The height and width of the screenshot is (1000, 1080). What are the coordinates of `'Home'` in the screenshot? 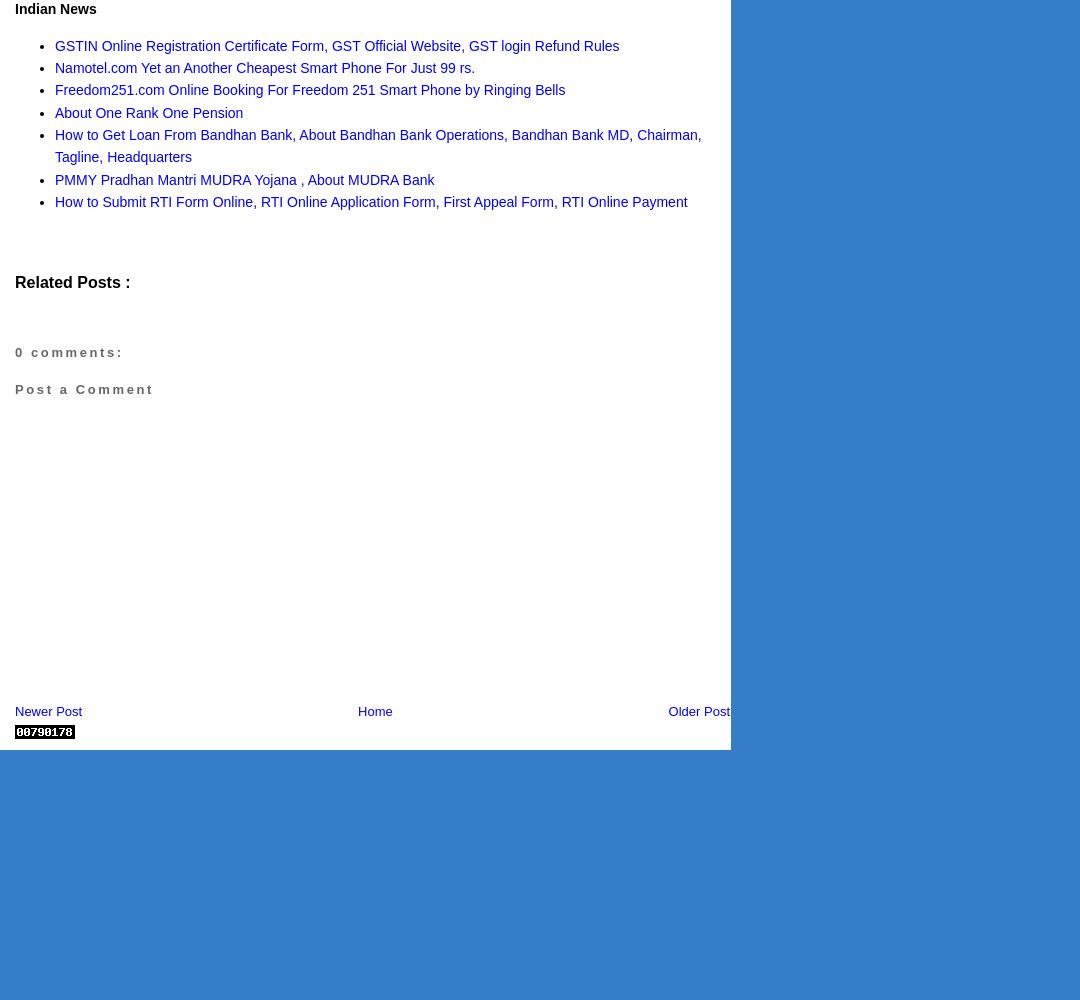 It's located at (374, 709).